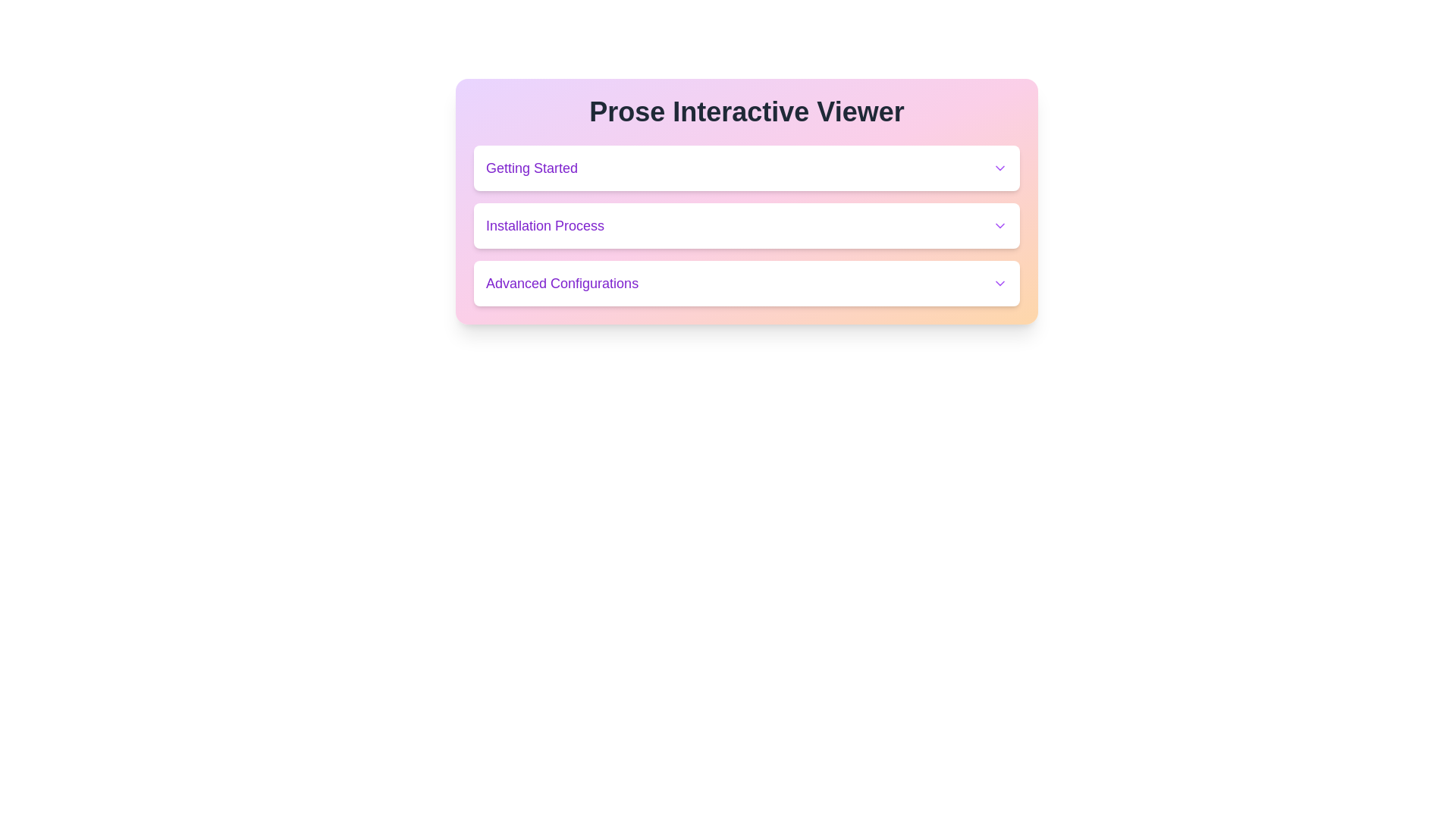 This screenshot has width=1456, height=819. I want to click on the 'Getting Started' dropdown button, so click(746, 168).